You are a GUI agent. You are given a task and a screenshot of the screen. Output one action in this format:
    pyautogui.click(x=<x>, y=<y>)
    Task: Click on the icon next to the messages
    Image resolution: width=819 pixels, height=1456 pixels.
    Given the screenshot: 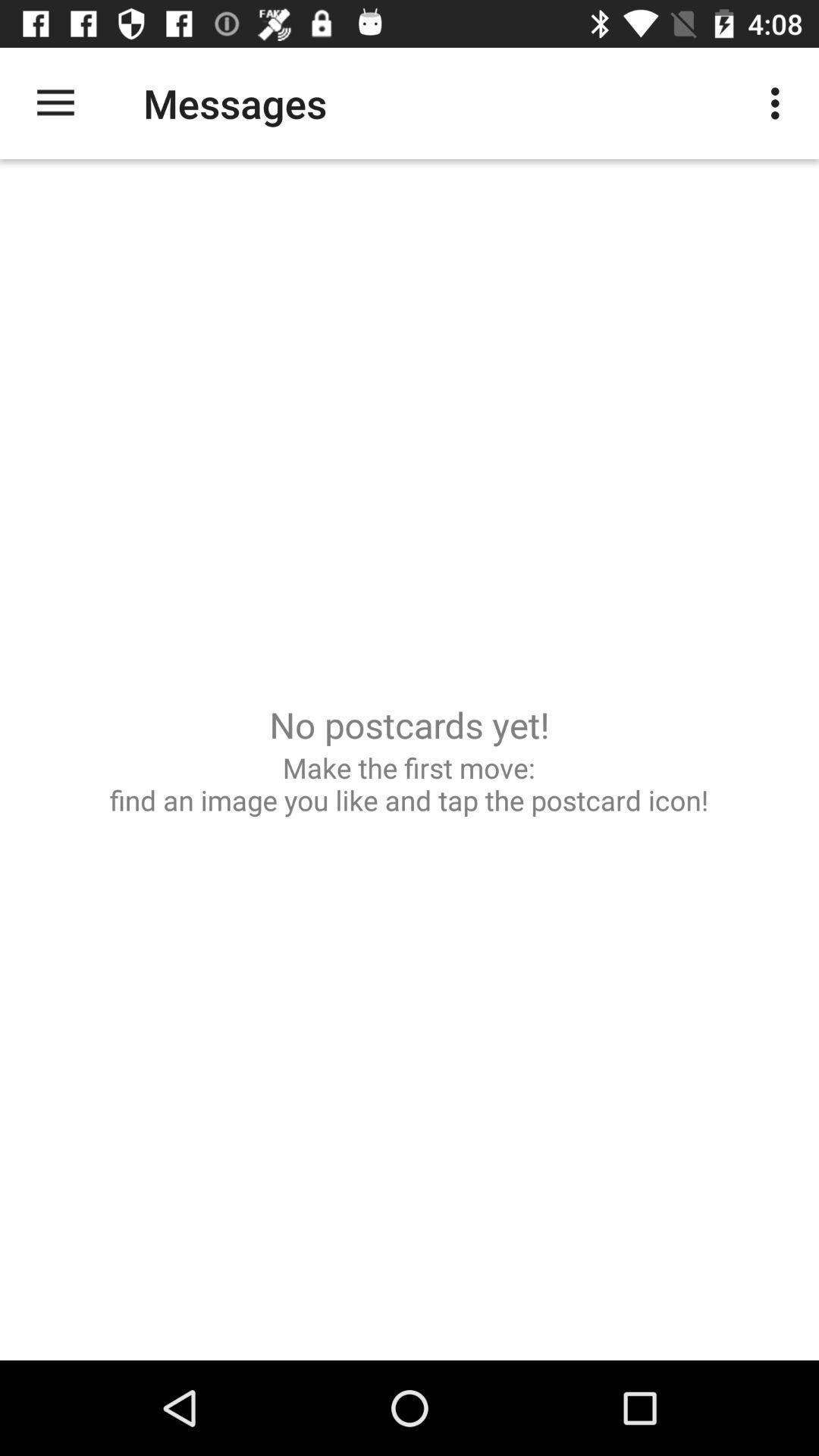 What is the action you would take?
    pyautogui.click(x=55, y=102)
    